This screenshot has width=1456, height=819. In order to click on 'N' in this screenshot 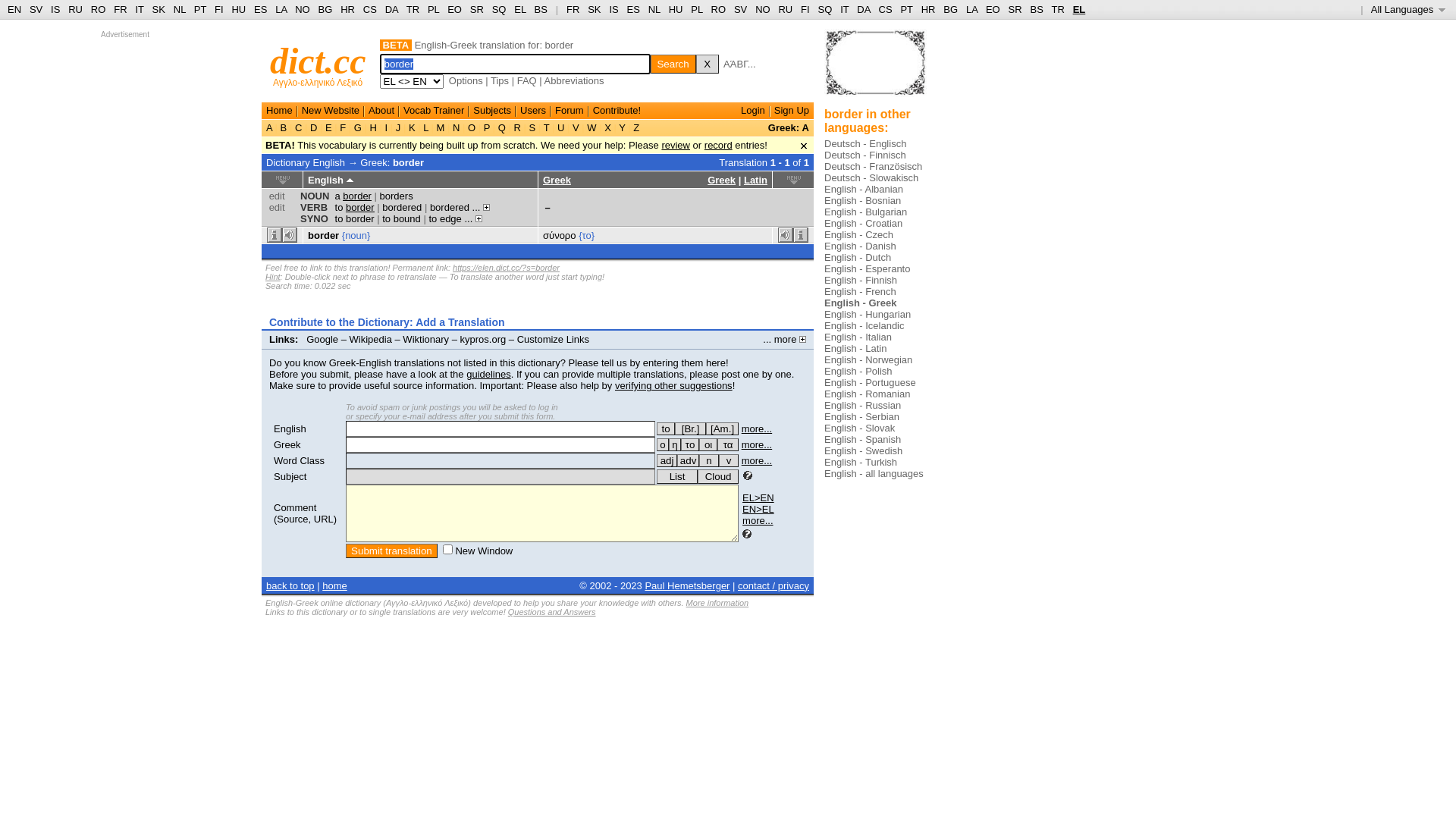, I will do `click(455, 127)`.